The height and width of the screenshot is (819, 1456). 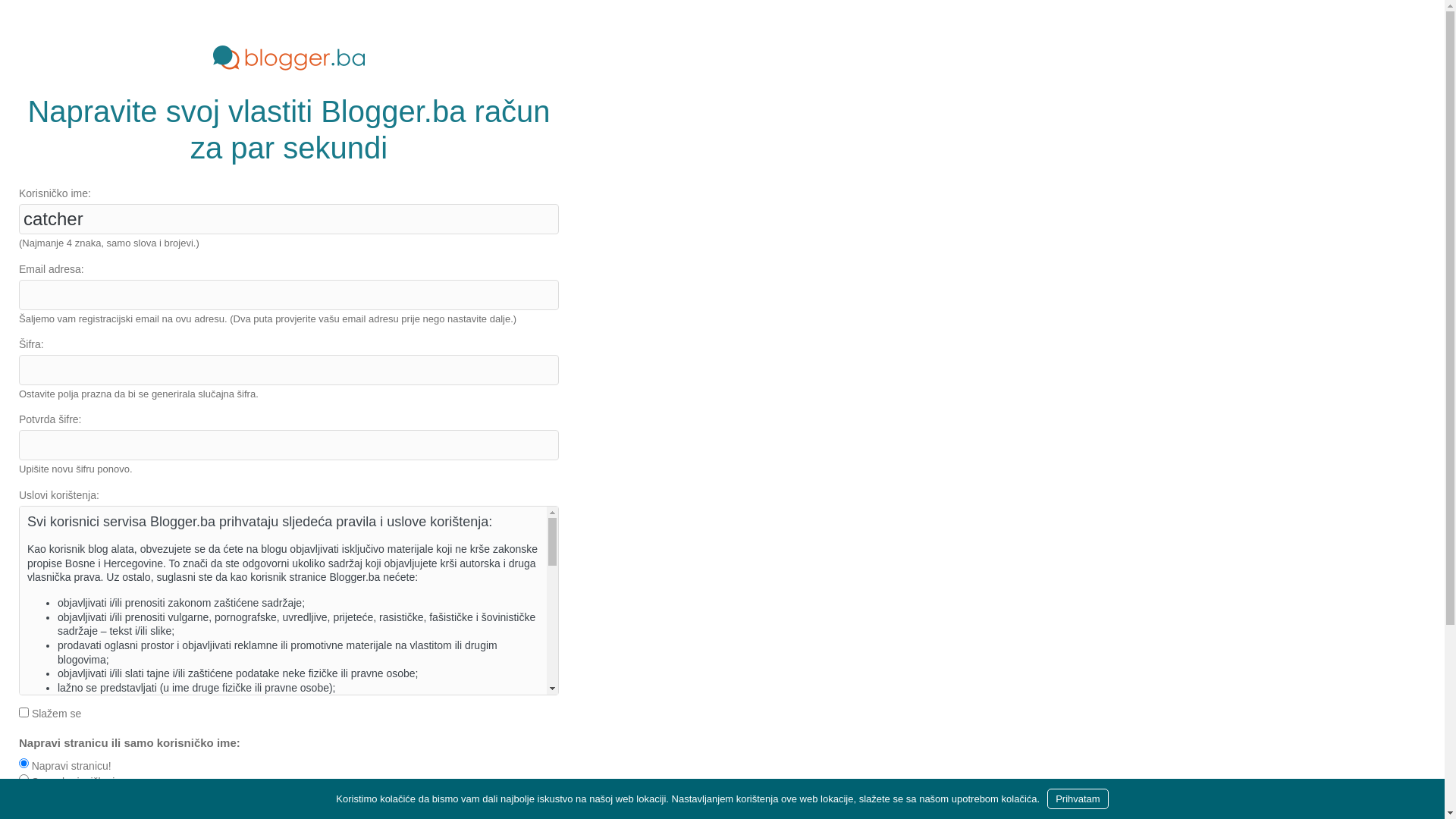 What do you see at coordinates (1077, 798) in the screenshot?
I see `'Prihvatam'` at bounding box center [1077, 798].